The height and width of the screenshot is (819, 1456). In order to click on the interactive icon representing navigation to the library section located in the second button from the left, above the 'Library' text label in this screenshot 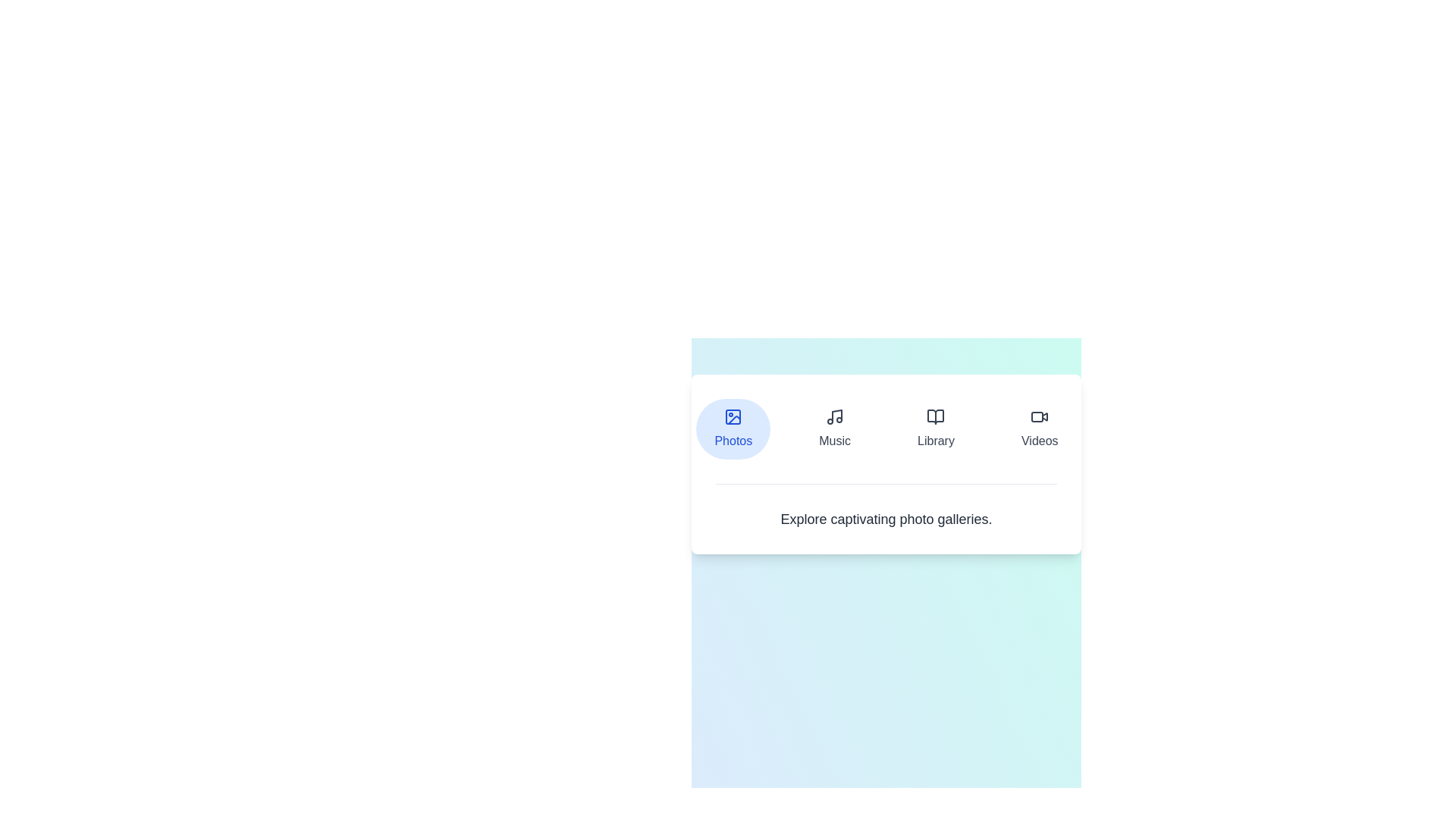, I will do `click(935, 417)`.